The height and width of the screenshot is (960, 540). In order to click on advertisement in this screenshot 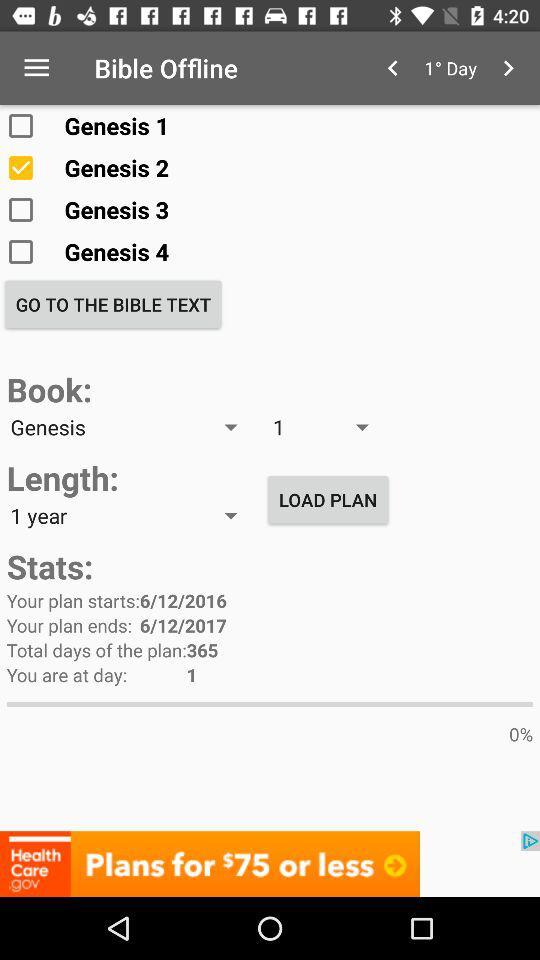, I will do `click(270, 863)`.